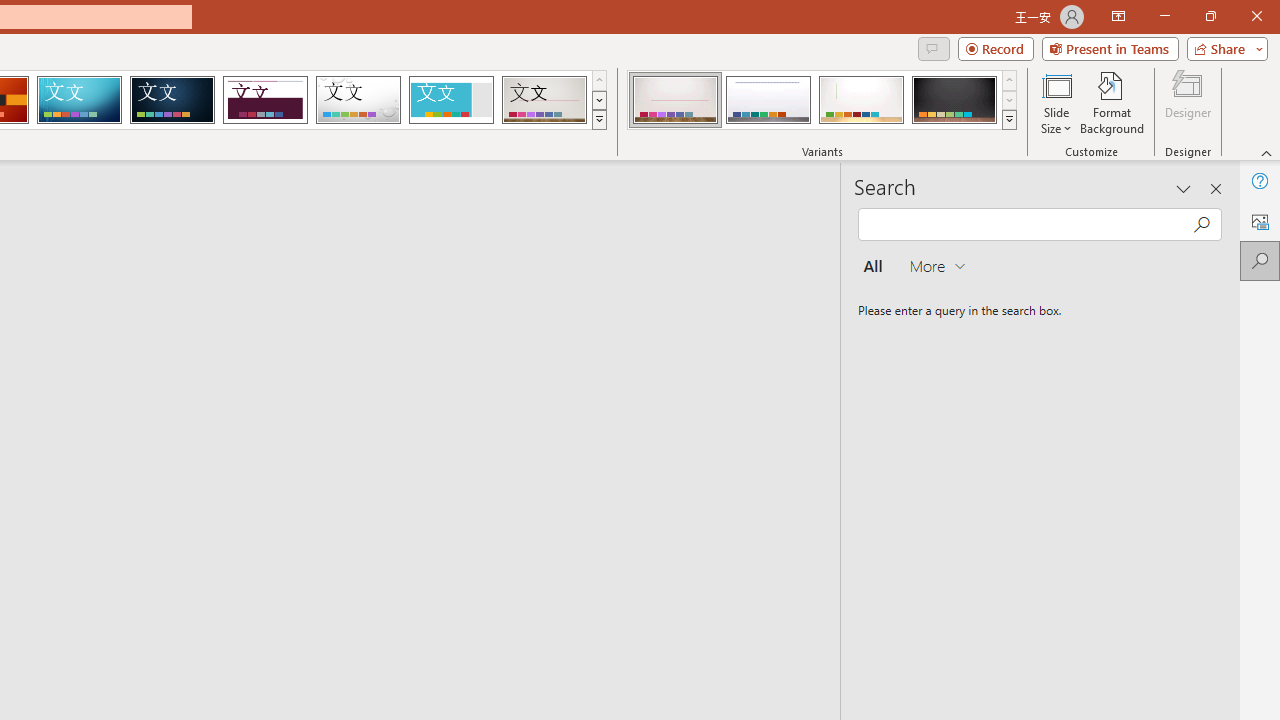  What do you see at coordinates (79, 100) in the screenshot?
I see `'Circuit'` at bounding box center [79, 100].